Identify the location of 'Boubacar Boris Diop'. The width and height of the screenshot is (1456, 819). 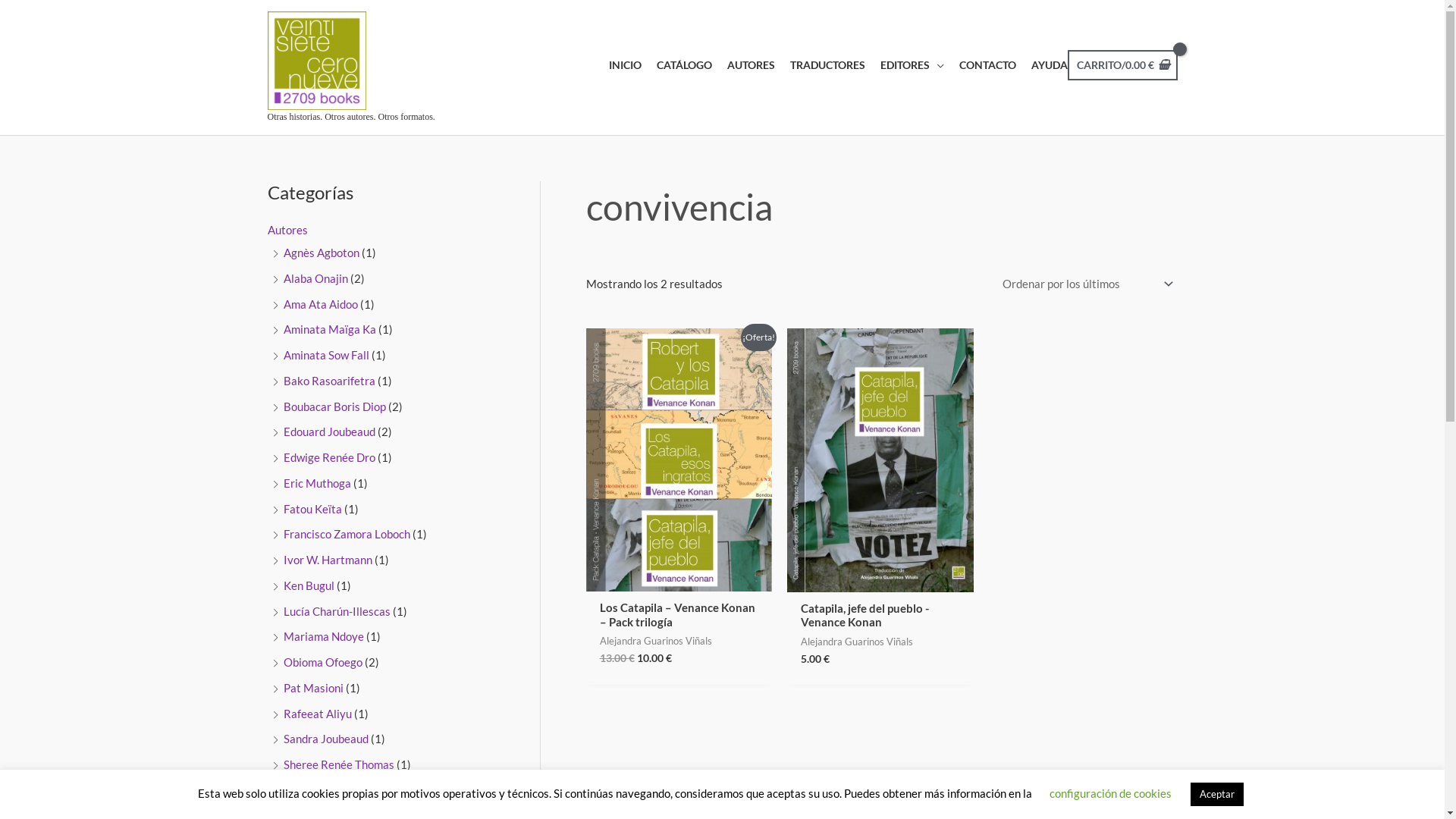
(334, 406).